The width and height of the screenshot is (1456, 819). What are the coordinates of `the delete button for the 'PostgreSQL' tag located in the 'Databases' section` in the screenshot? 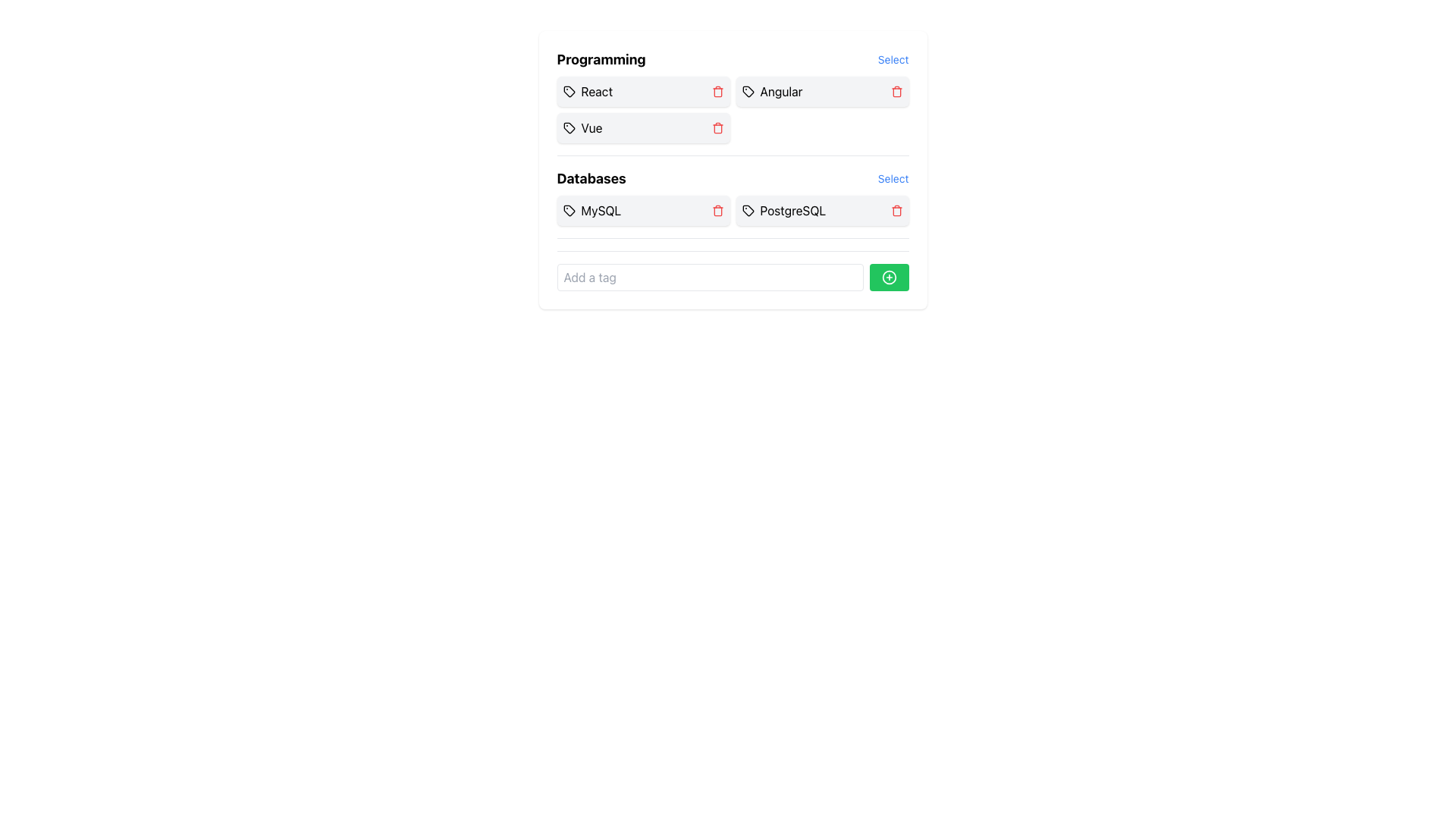 It's located at (896, 210).